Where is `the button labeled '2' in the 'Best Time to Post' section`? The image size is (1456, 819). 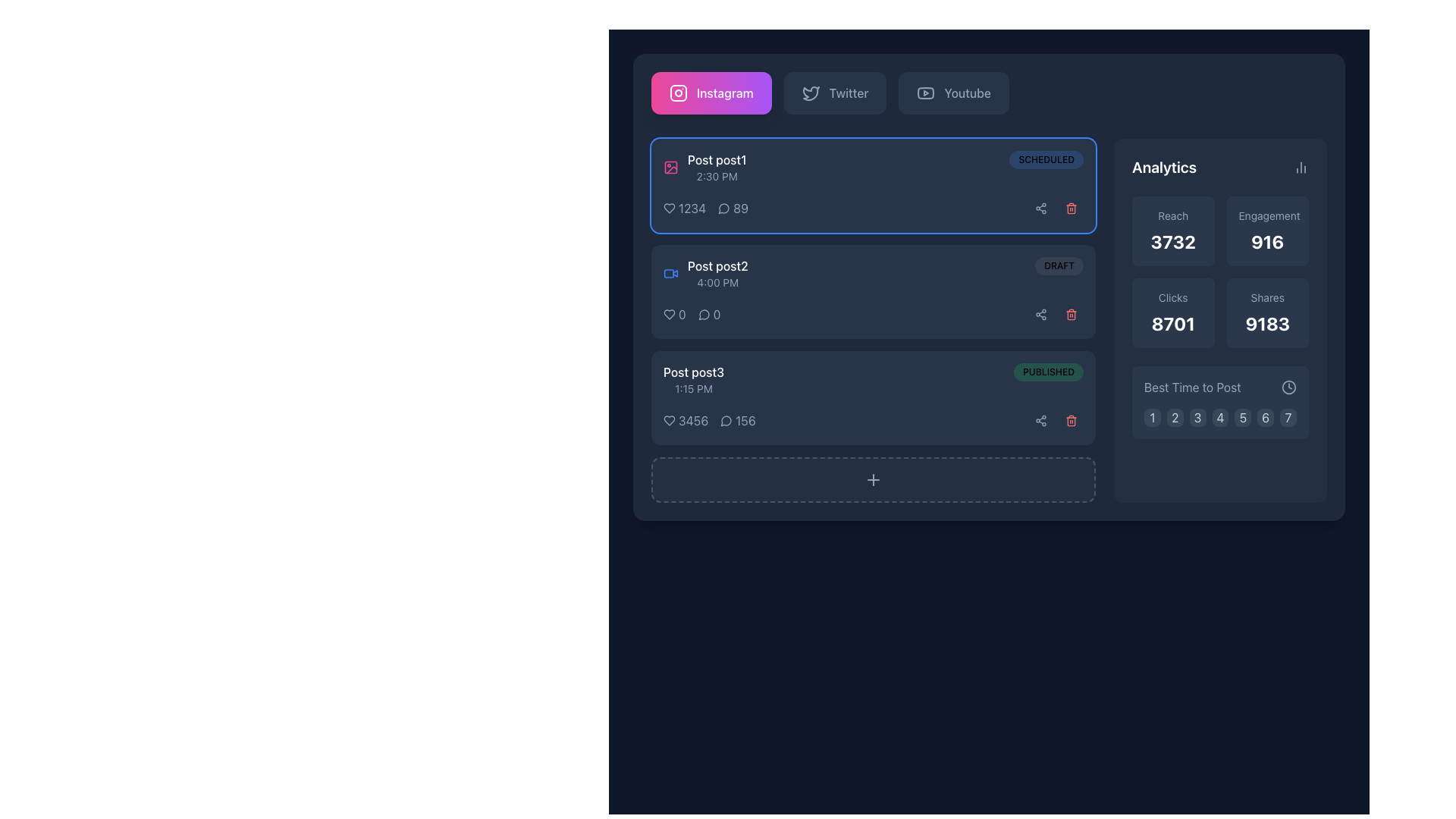
the button labeled '2' in the 'Best Time to Post' section is located at coordinates (1174, 418).